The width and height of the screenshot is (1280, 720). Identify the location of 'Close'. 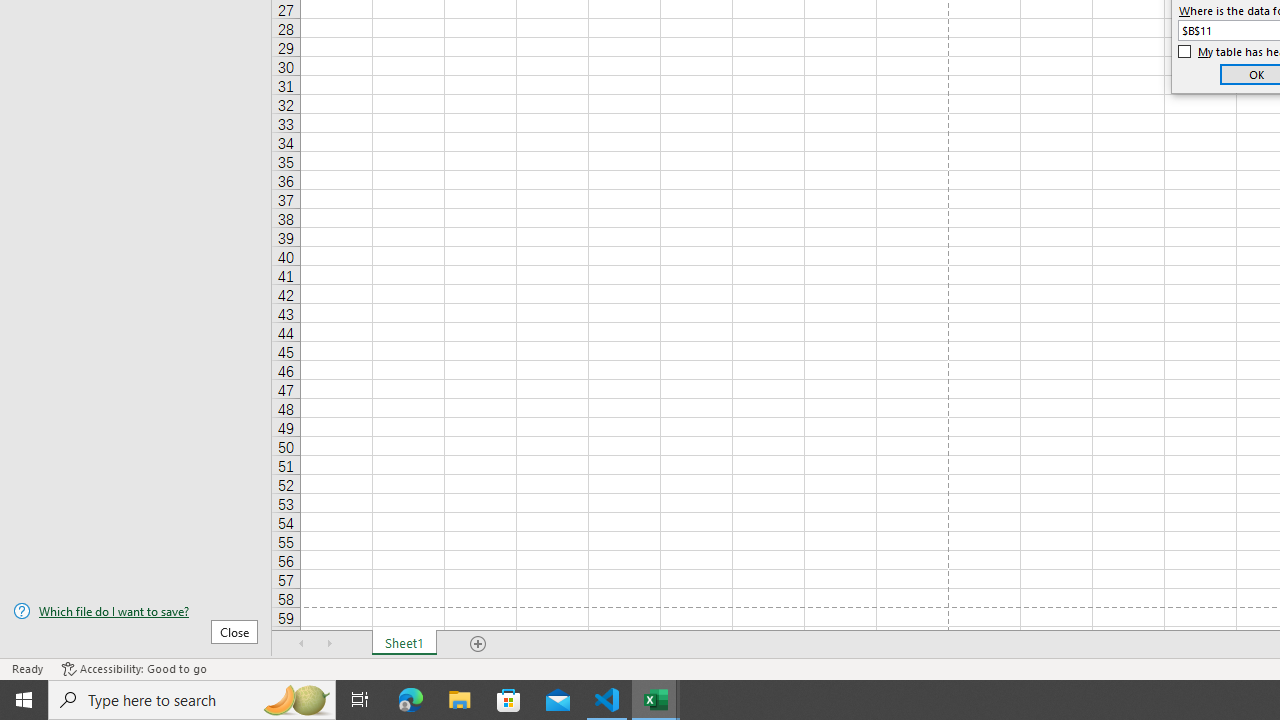
(234, 631).